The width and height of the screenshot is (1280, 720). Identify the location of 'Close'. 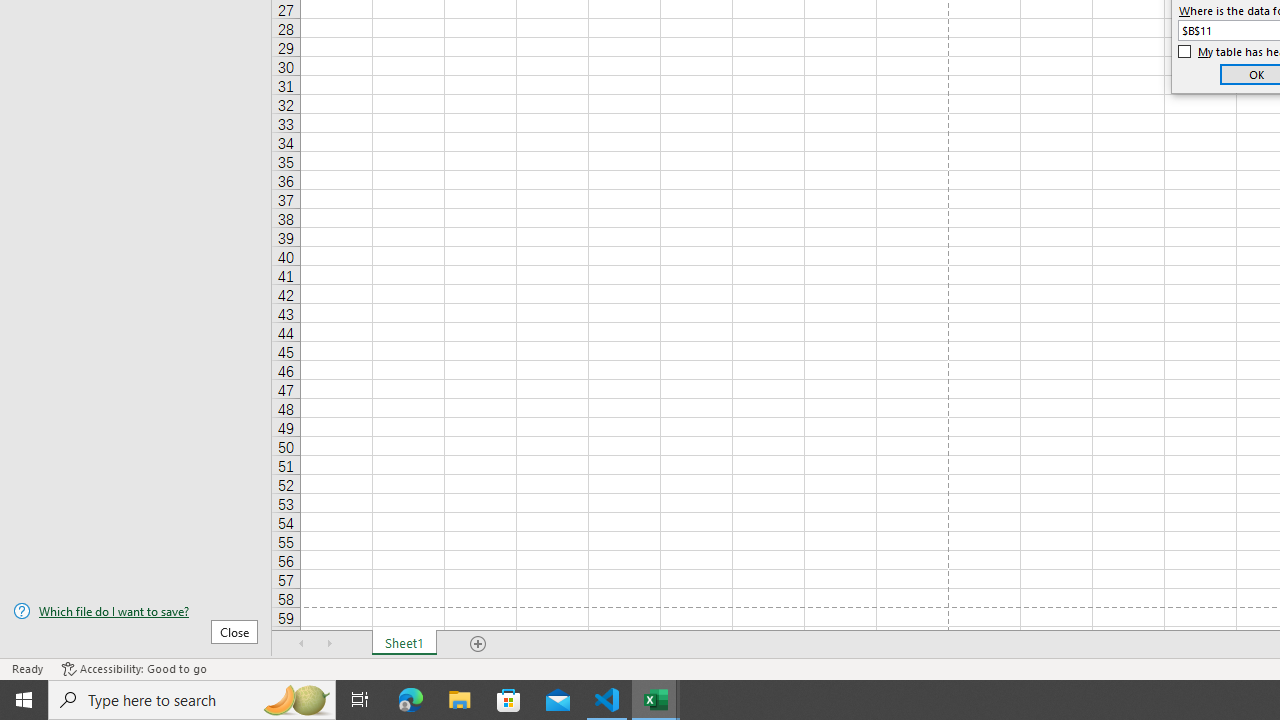
(234, 631).